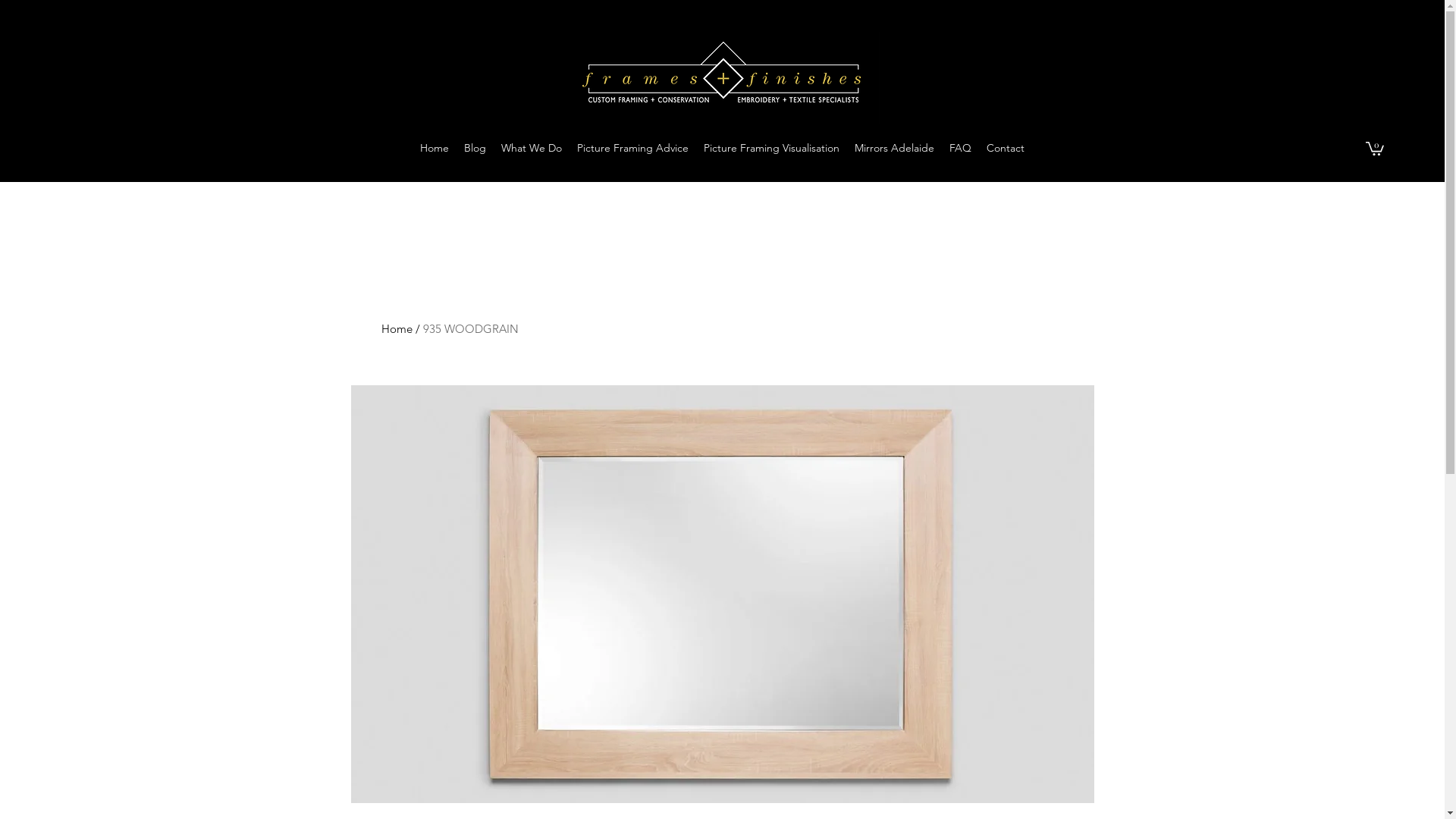 Image resolution: width=1456 pixels, height=819 pixels. What do you see at coordinates (1365, 148) in the screenshot?
I see `'0'` at bounding box center [1365, 148].